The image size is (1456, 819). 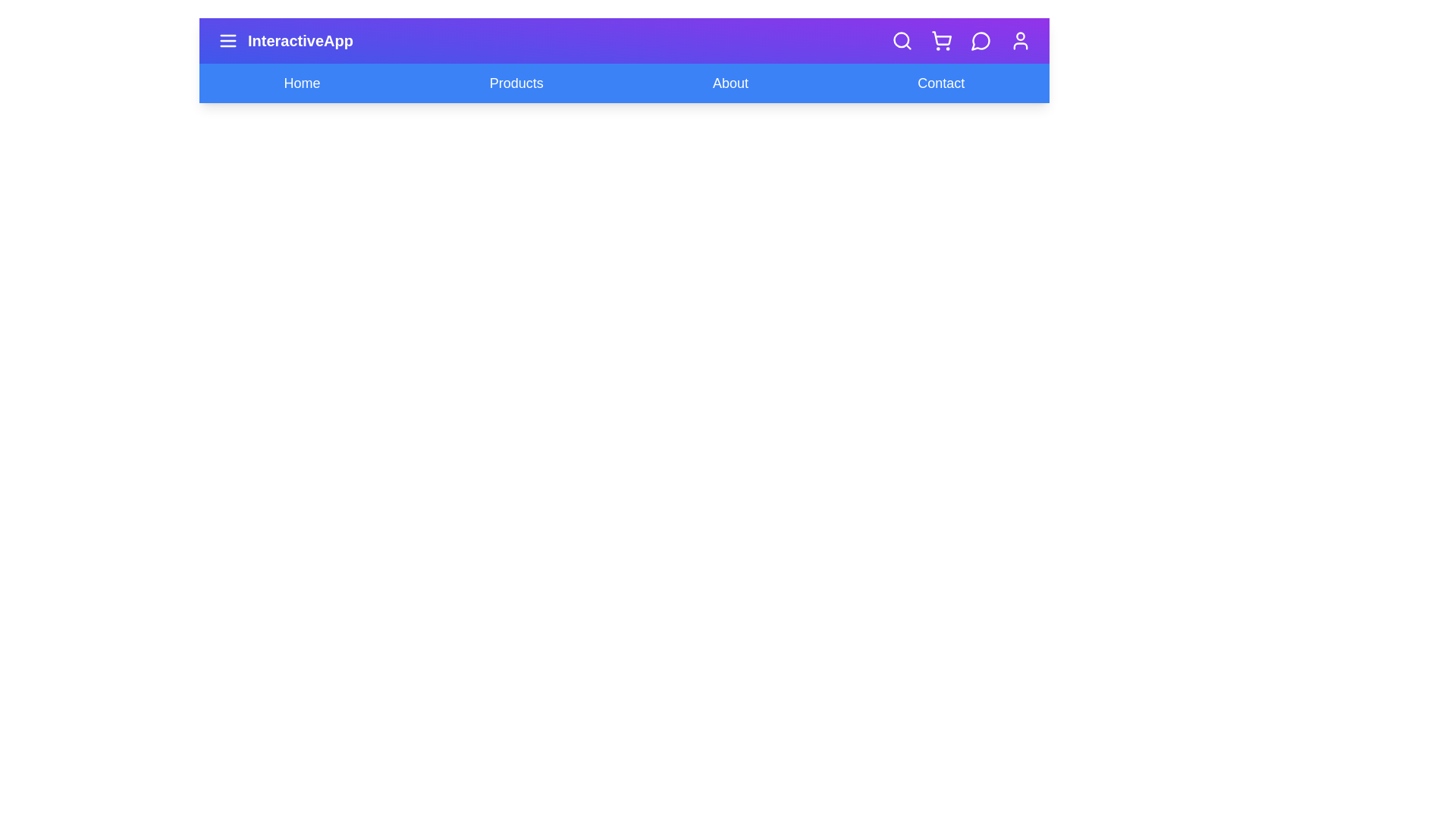 What do you see at coordinates (227, 40) in the screenshot?
I see `the menu button to toggle the menu visibility` at bounding box center [227, 40].